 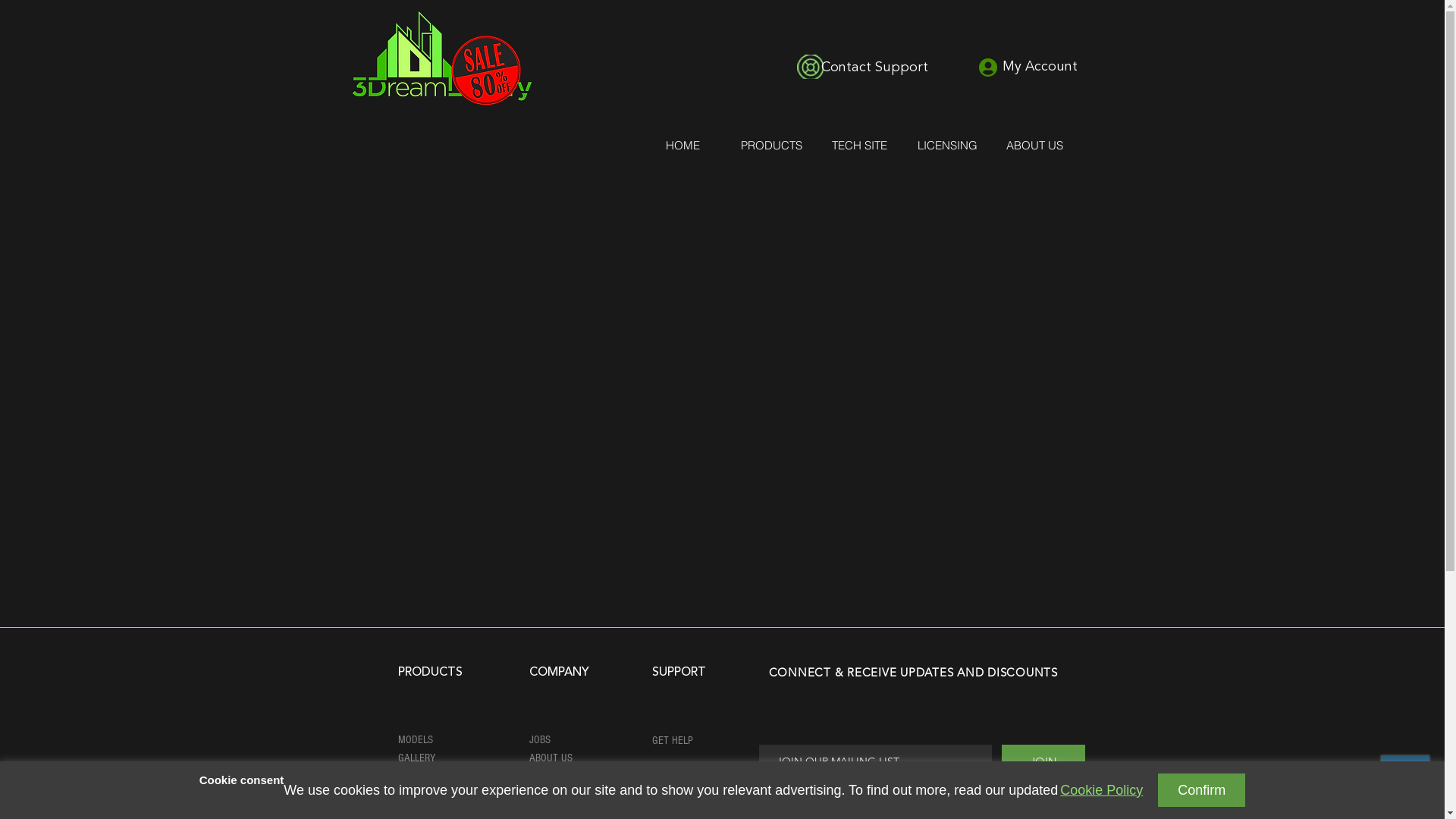 What do you see at coordinates (416, 758) in the screenshot?
I see `'GALLERY'` at bounding box center [416, 758].